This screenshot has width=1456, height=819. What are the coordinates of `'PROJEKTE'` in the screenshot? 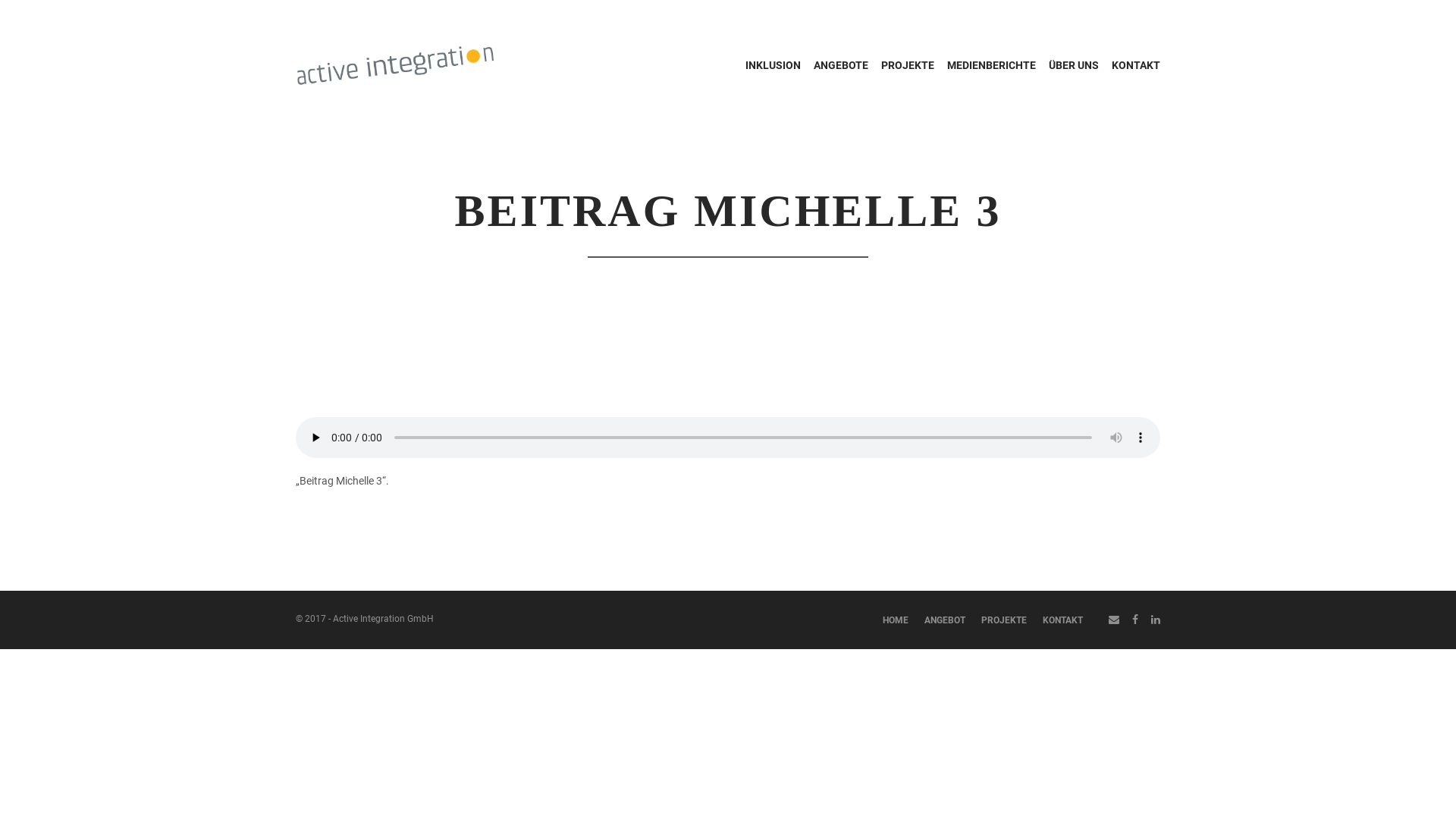 It's located at (907, 64).